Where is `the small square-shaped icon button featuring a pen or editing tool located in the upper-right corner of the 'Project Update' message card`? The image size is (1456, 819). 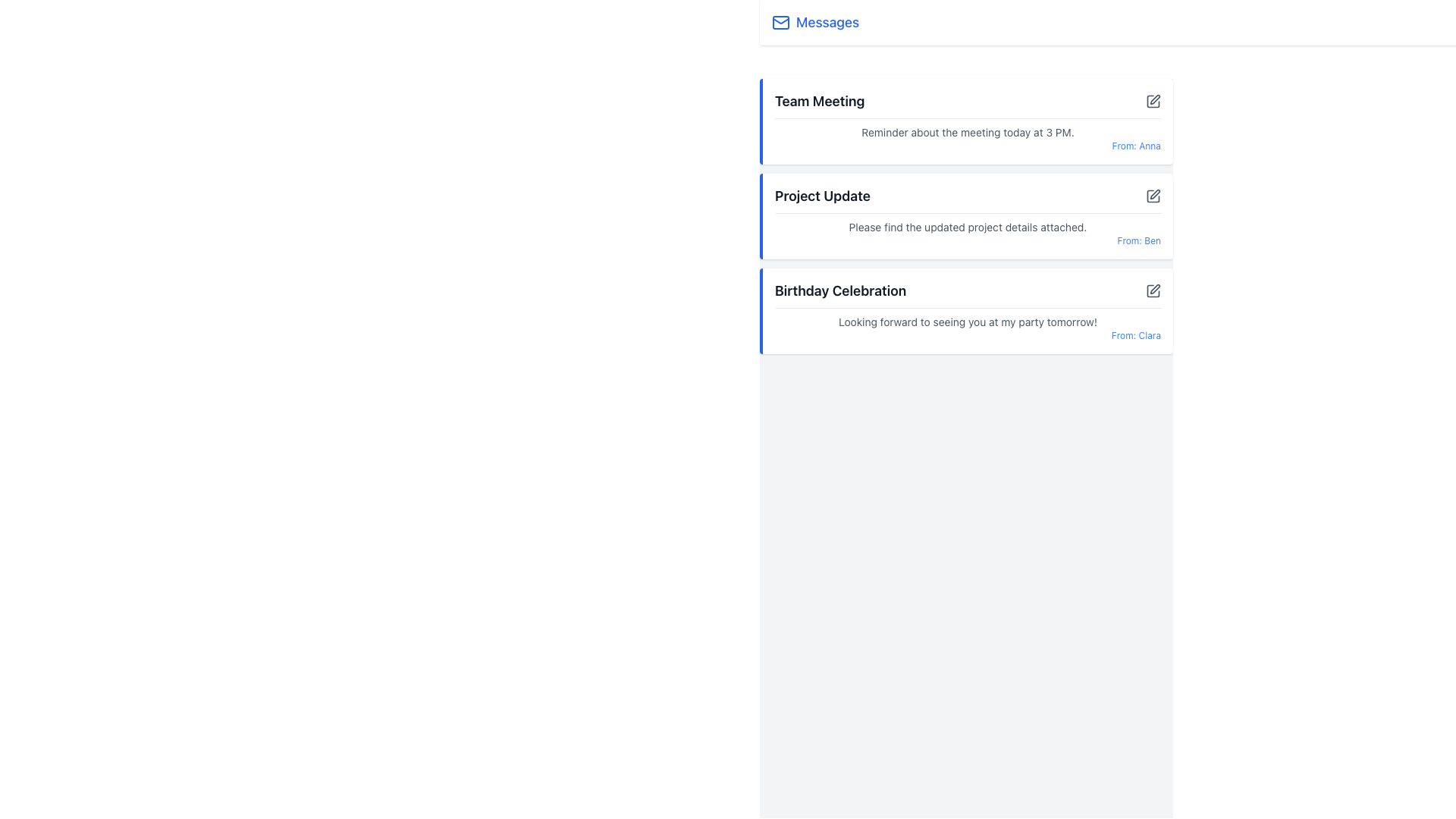
the small square-shaped icon button featuring a pen or editing tool located in the upper-right corner of the 'Project Update' message card is located at coordinates (1153, 195).